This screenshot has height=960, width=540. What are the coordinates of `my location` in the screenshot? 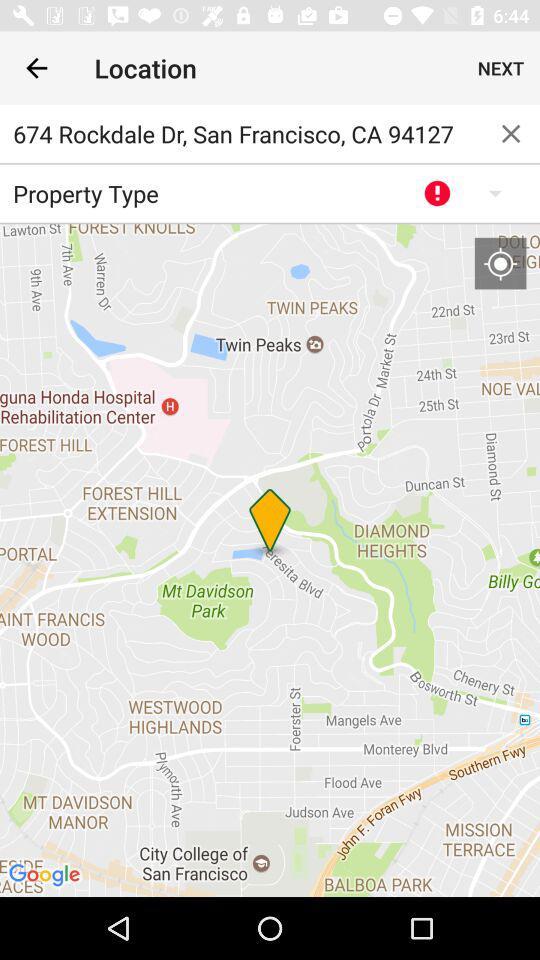 It's located at (499, 262).